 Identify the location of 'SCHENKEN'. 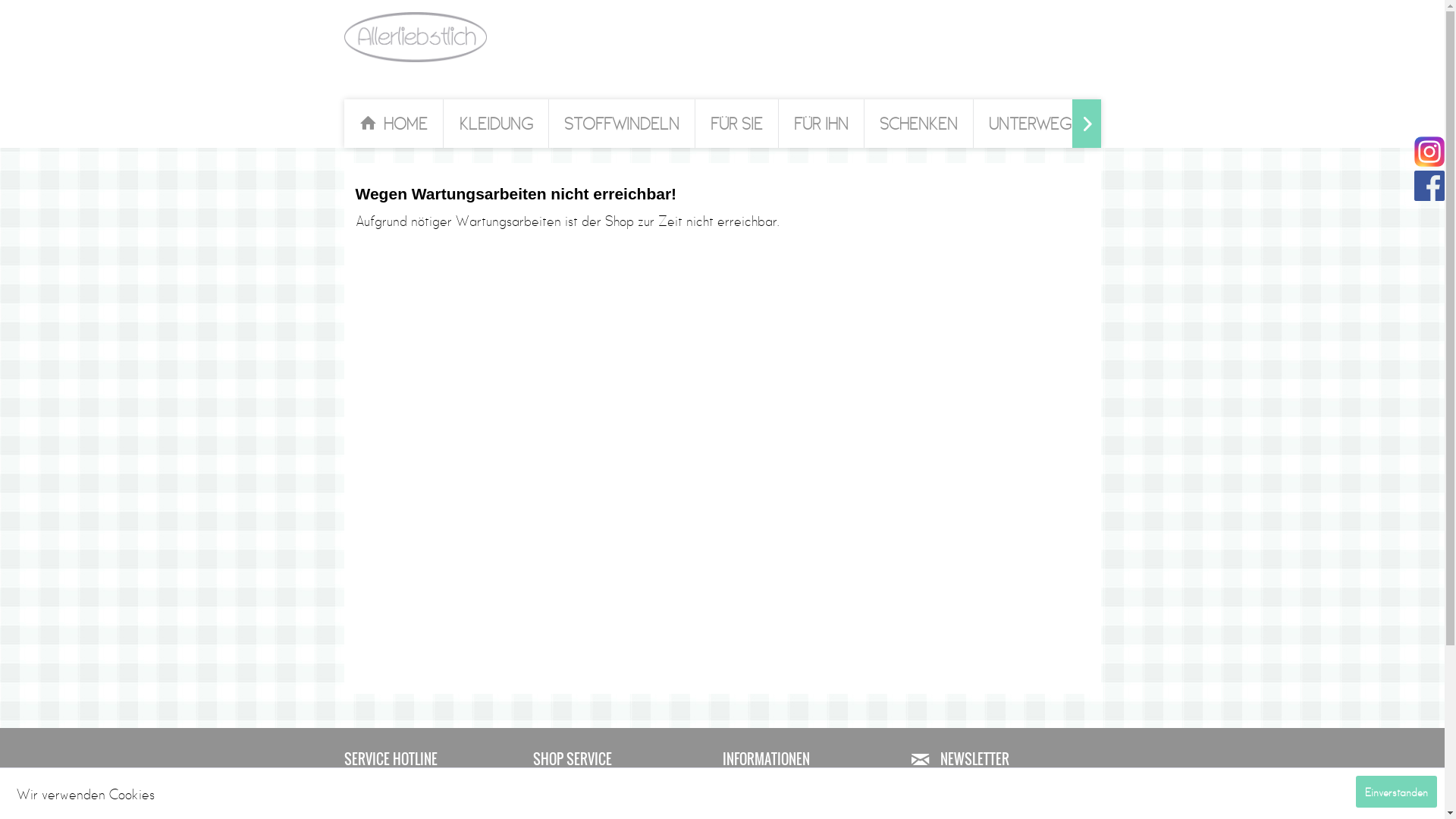
(918, 122).